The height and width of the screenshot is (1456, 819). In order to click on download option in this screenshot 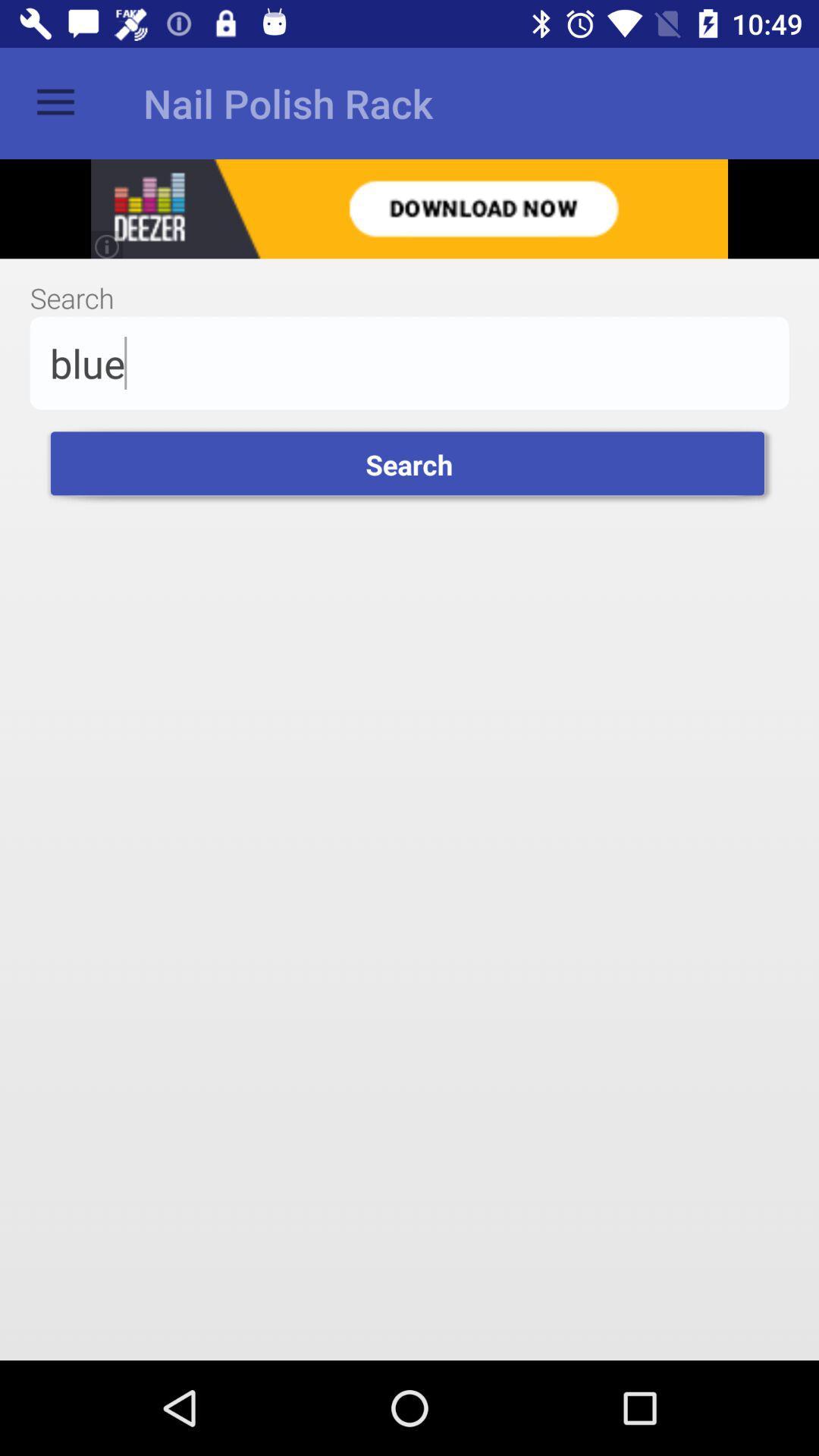, I will do `click(409, 208)`.